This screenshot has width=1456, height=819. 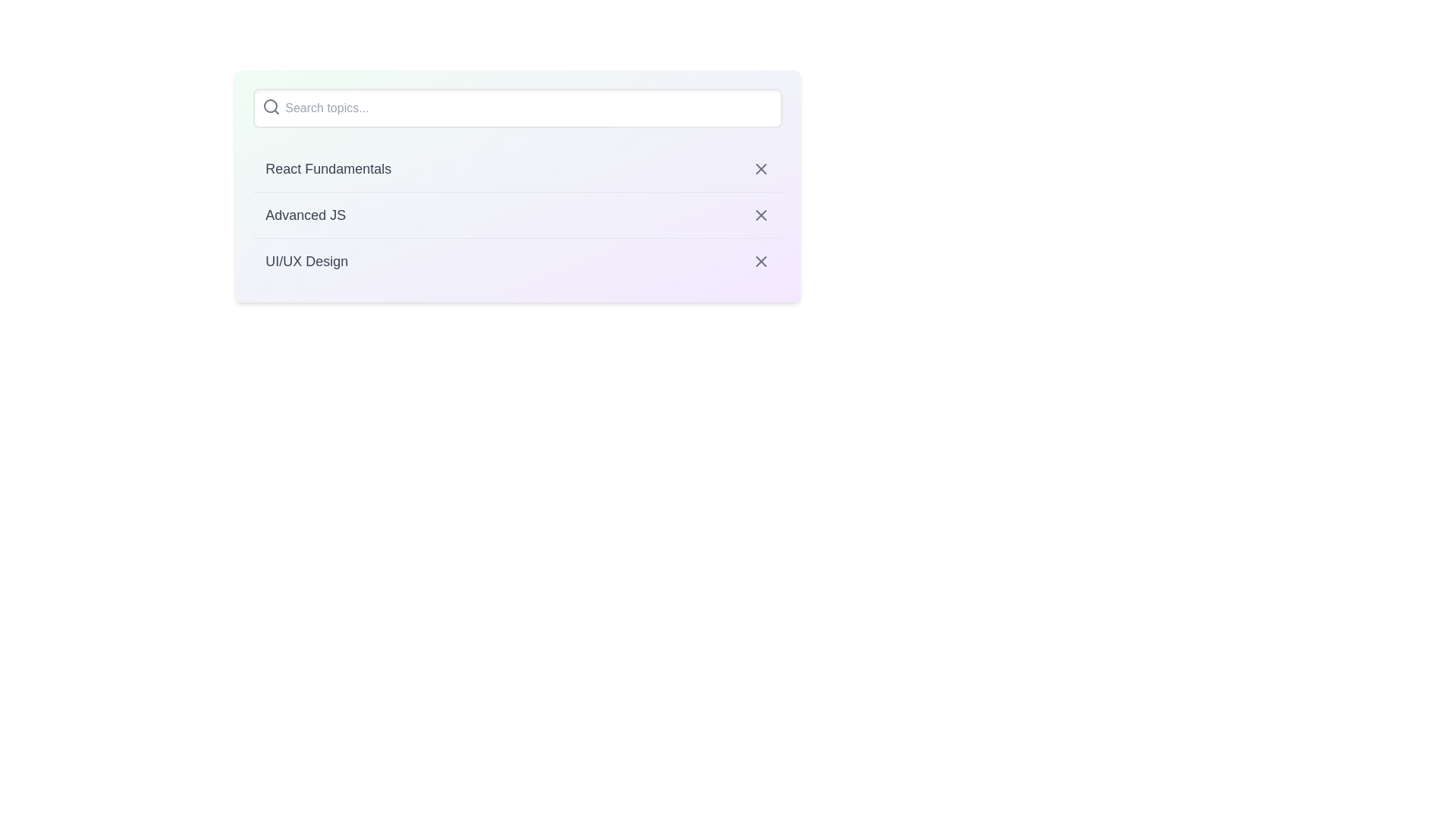 I want to click on the item with the title React Fundamentals from the list, so click(x=517, y=169).